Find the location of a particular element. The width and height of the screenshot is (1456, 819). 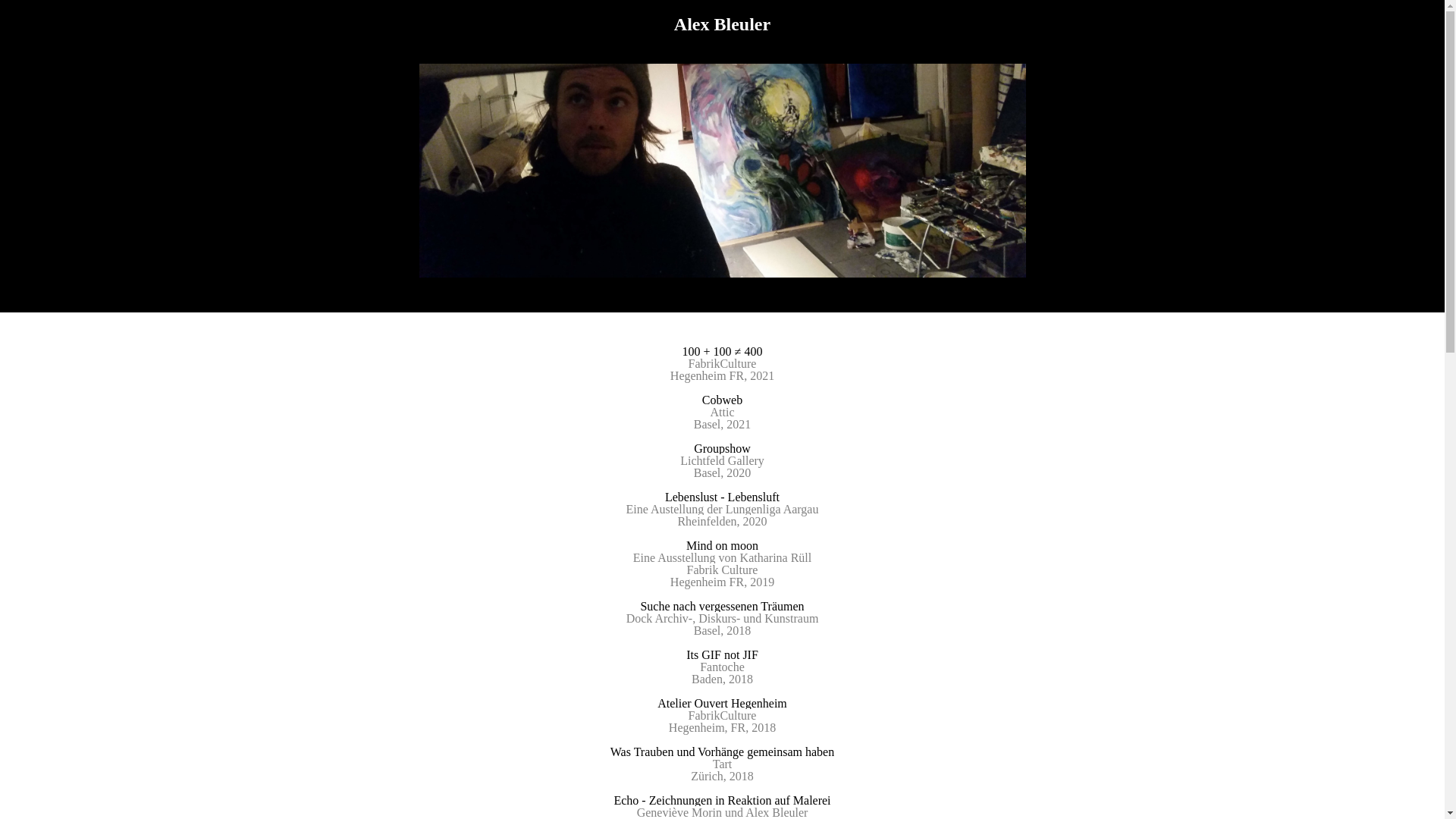

'Fabrik Culture' is located at coordinates (722, 570).